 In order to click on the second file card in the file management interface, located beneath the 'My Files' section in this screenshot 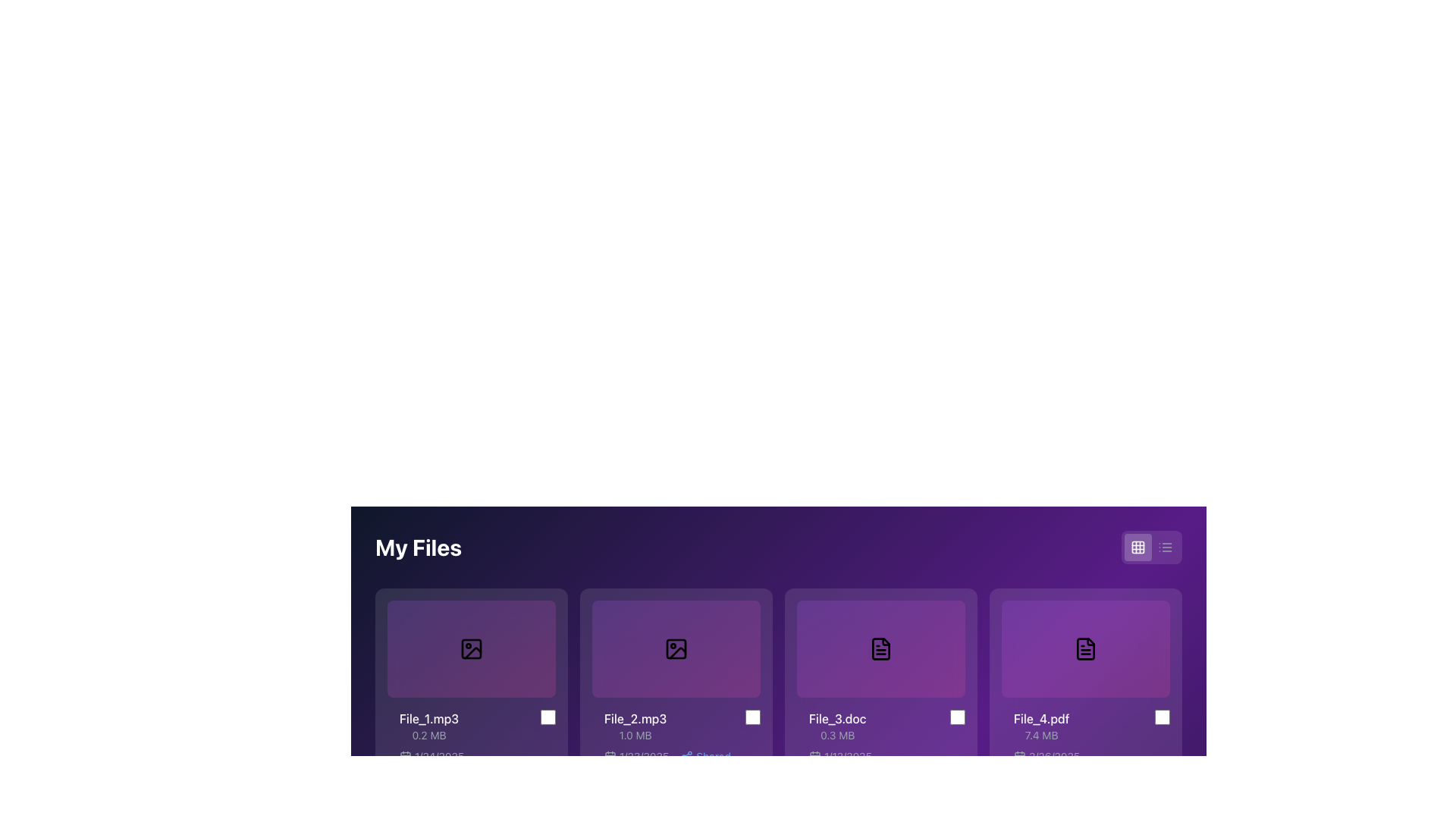, I will do `click(676, 681)`.